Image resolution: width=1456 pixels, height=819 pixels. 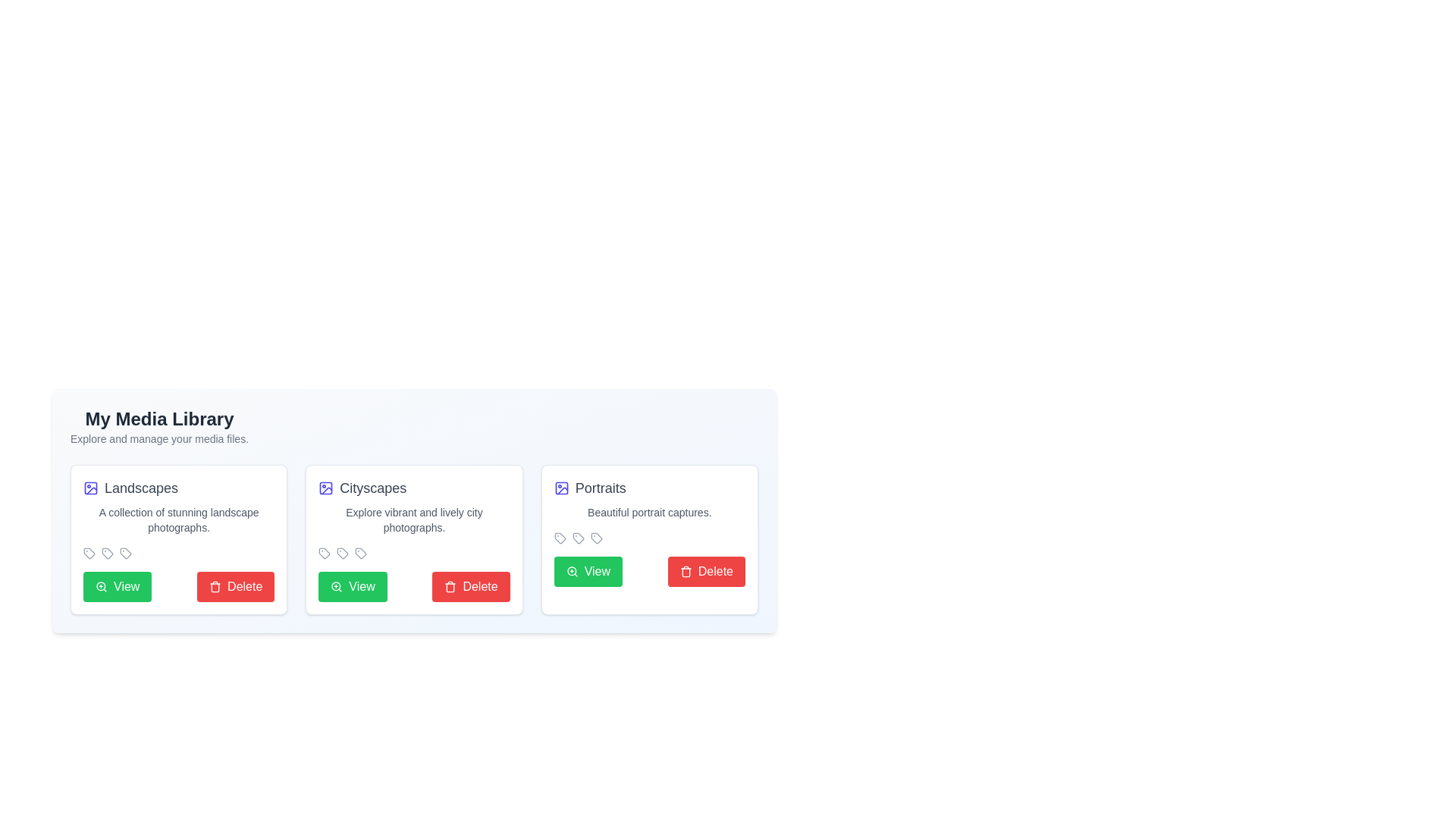 What do you see at coordinates (325, 488) in the screenshot?
I see `the blue image outline icon located to the left of the 'Cityscapes' text label within the 'Cityscapes' card` at bounding box center [325, 488].